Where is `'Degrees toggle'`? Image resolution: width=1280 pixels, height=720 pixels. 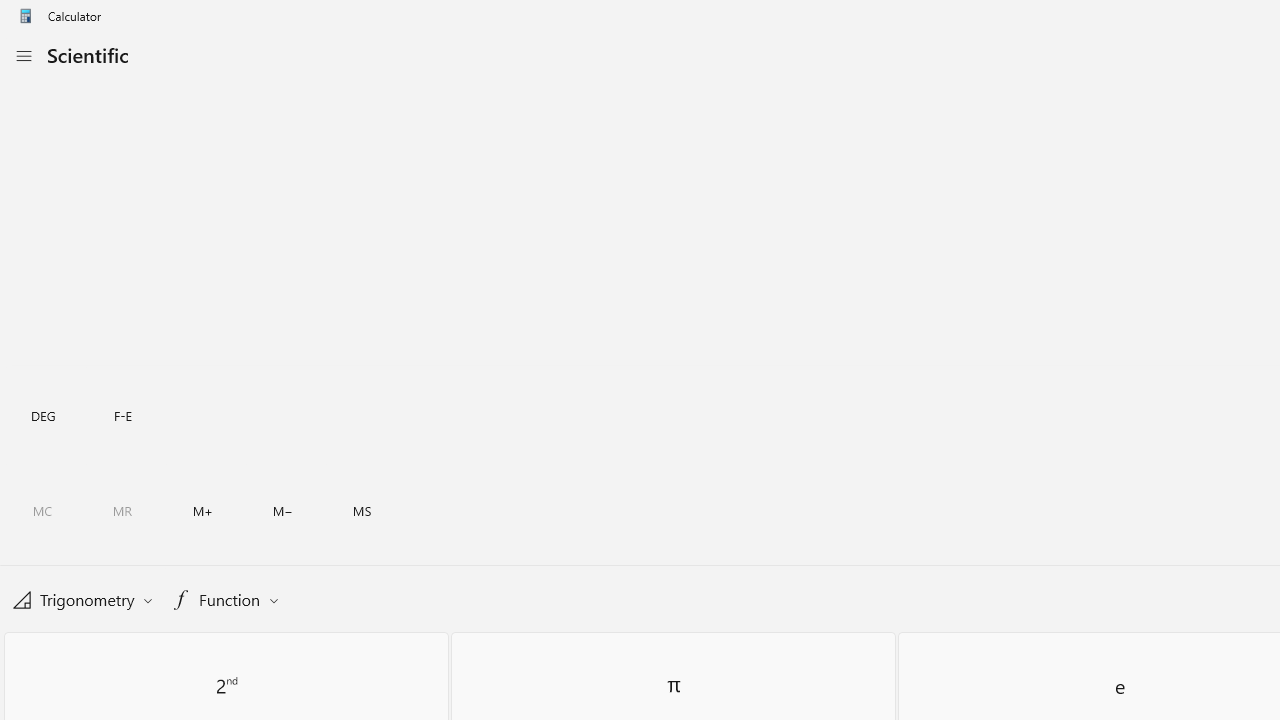
'Degrees toggle' is located at coordinates (42, 413).